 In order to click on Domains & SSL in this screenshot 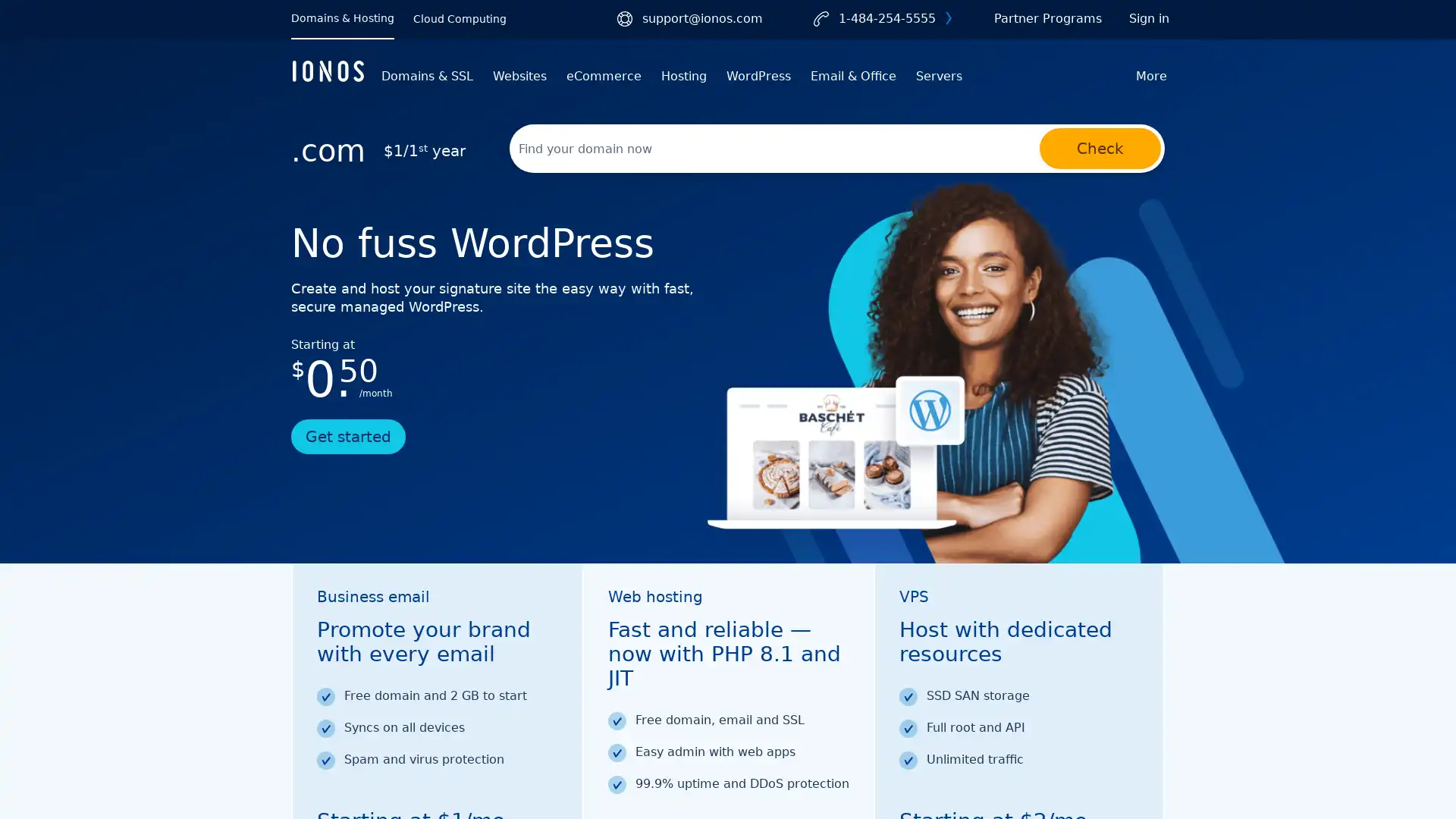, I will do `click(425, 76)`.